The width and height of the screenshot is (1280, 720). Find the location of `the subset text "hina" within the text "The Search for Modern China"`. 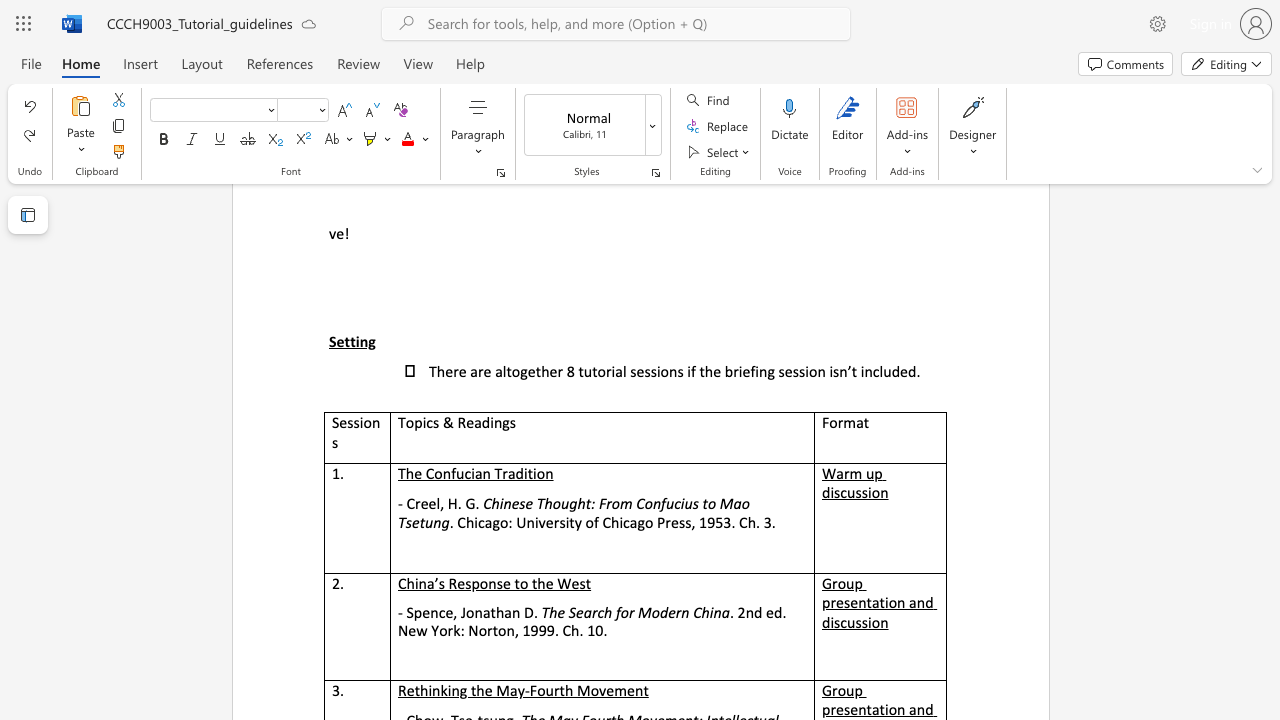

the subset text "hina" within the text "The Search for Modern China" is located at coordinates (701, 611).